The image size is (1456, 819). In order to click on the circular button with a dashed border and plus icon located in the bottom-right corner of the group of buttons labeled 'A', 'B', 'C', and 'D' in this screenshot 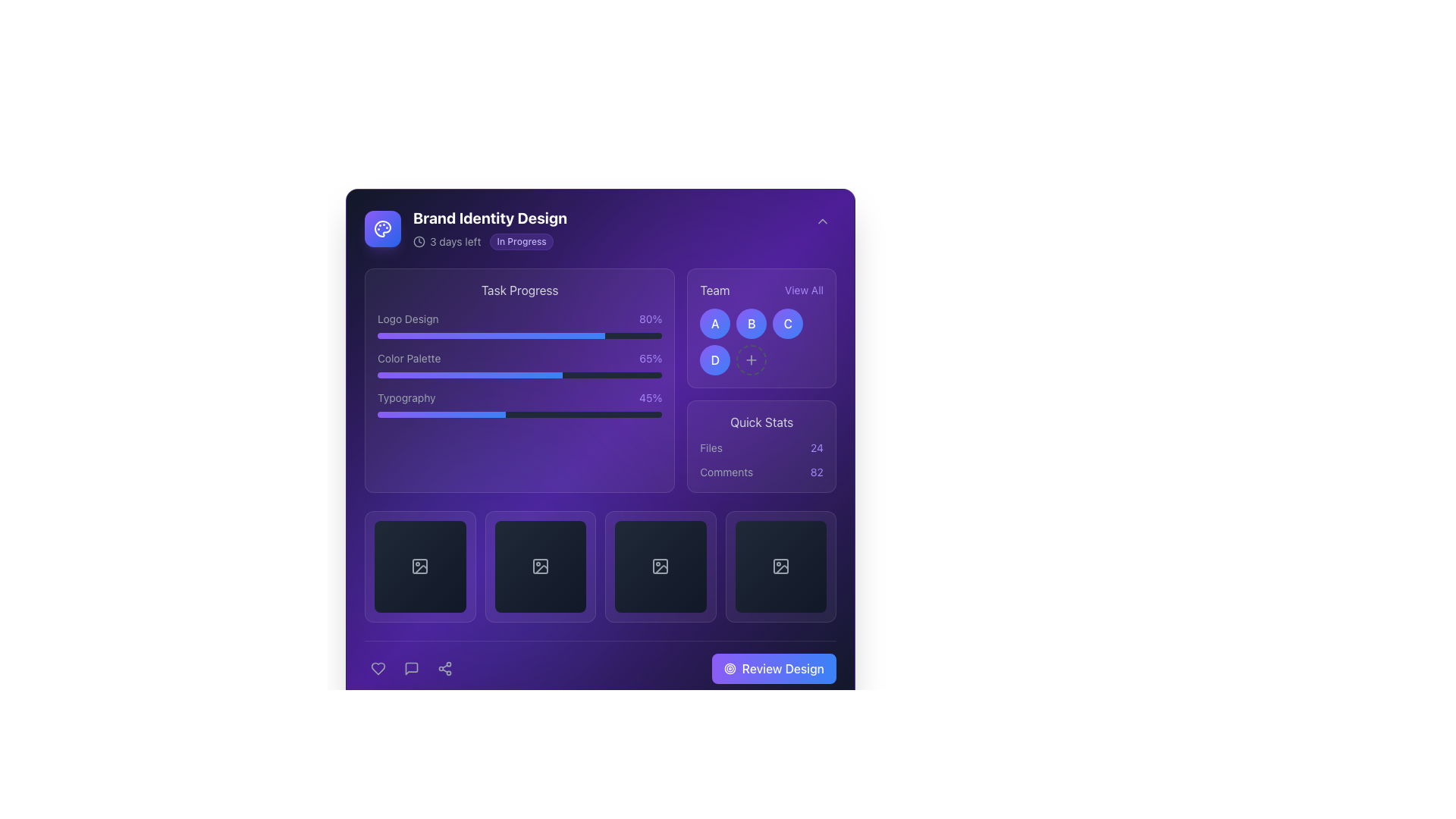, I will do `click(752, 359)`.